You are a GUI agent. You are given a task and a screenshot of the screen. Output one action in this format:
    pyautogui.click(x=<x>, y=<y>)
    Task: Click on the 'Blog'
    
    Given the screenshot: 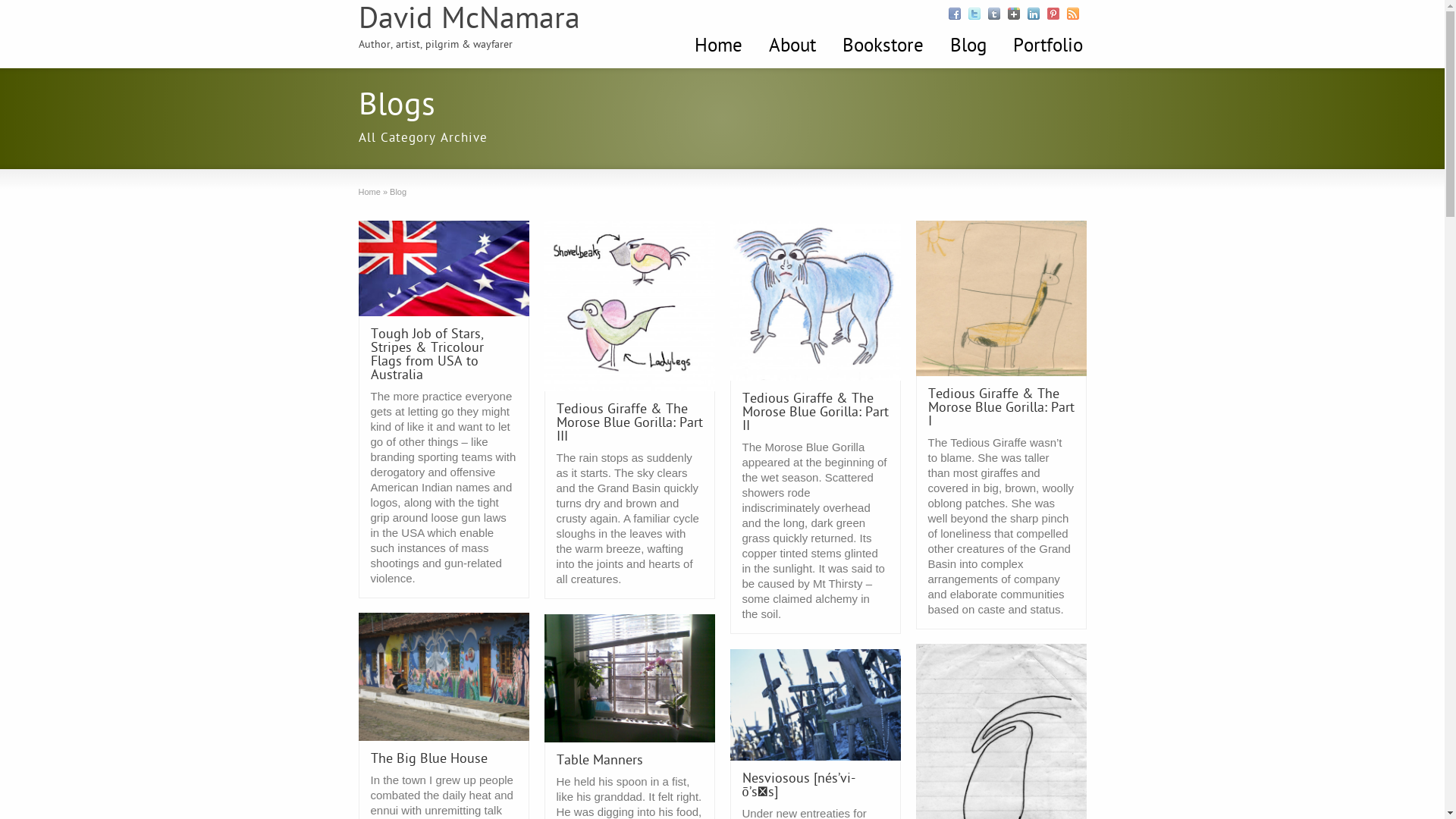 What is the action you would take?
    pyautogui.click(x=967, y=46)
    